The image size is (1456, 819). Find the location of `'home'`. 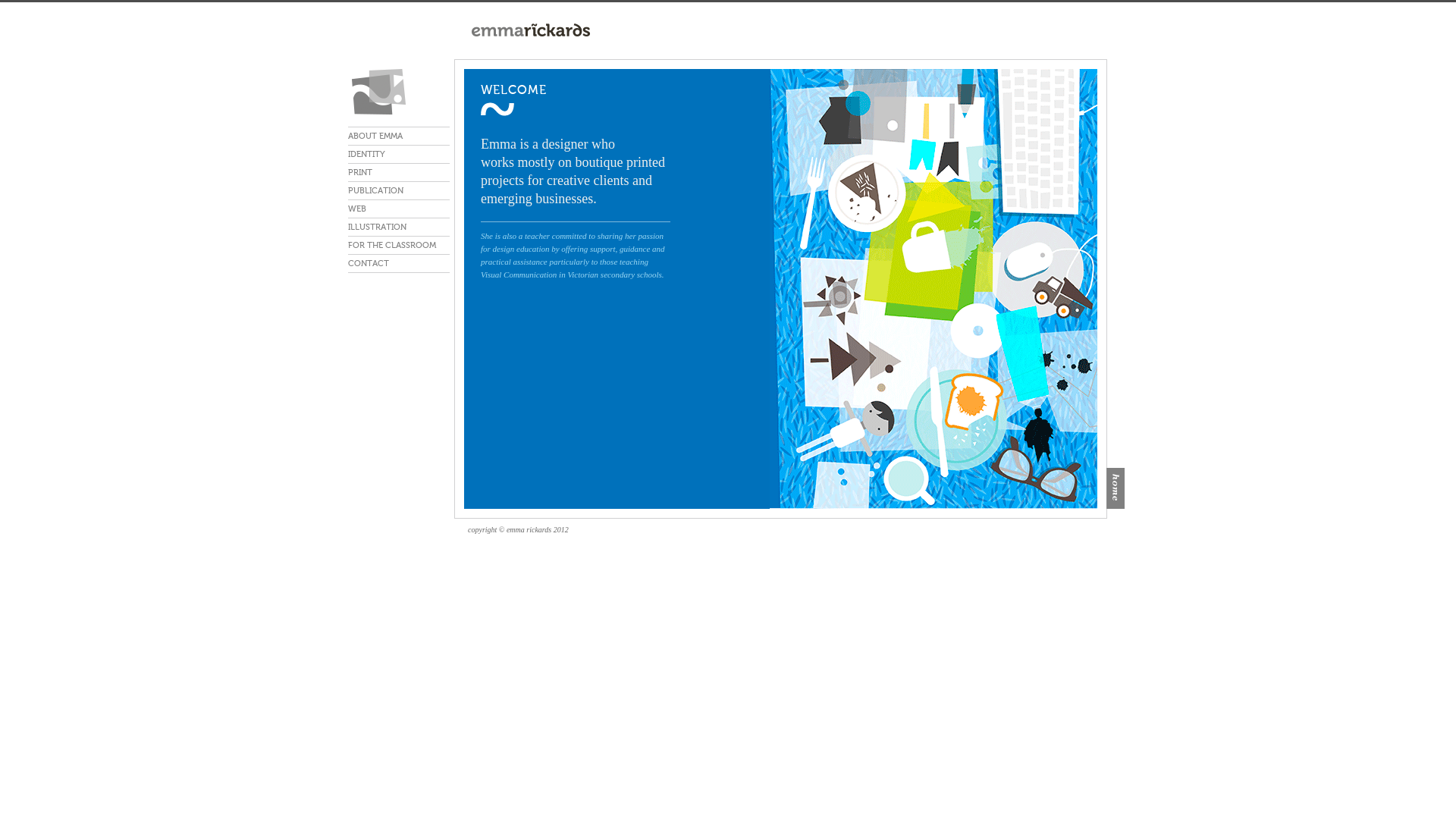

'home' is located at coordinates (1106, 488).